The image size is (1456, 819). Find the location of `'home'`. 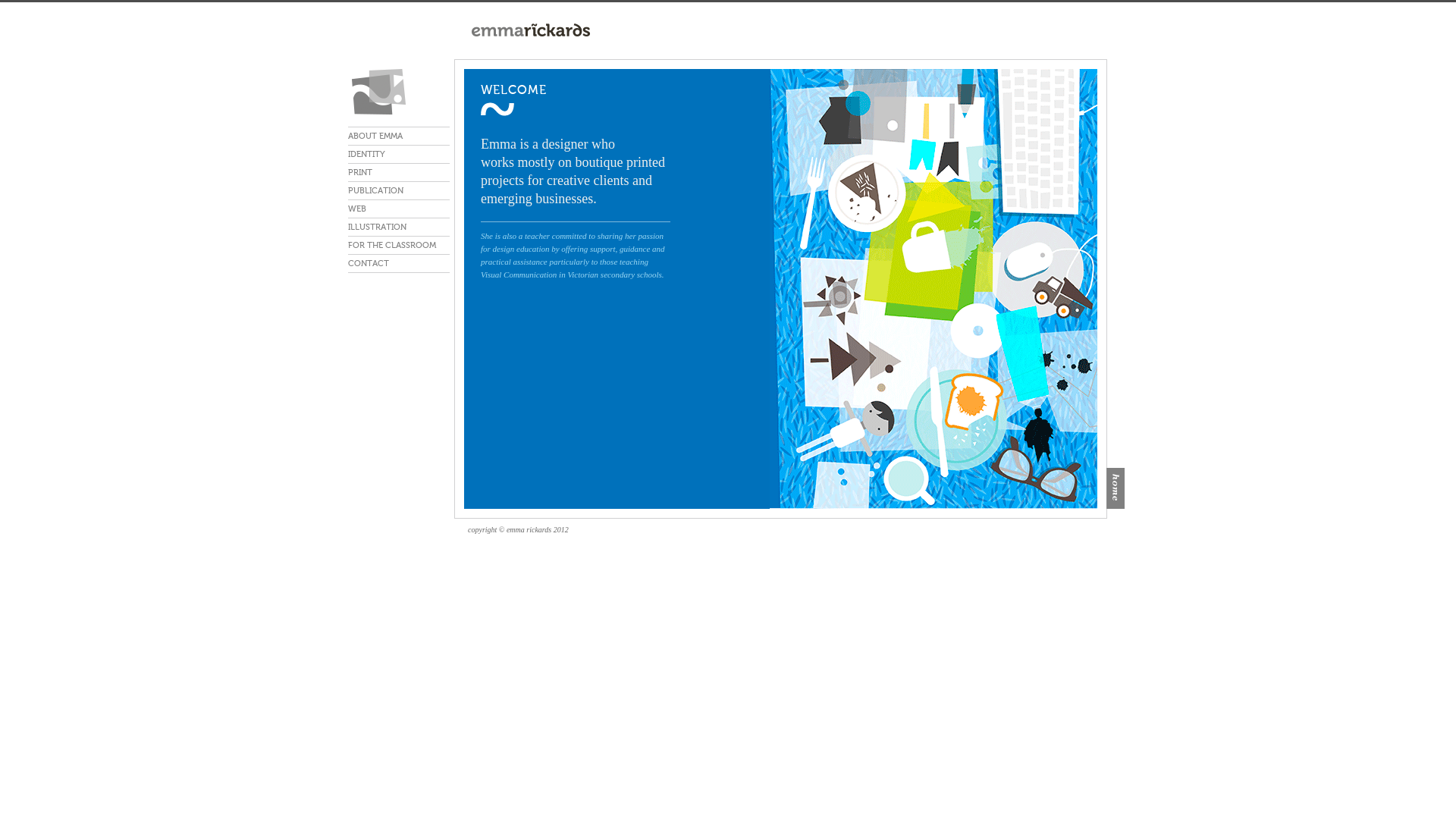

'home' is located at coordinates (1106, 488).